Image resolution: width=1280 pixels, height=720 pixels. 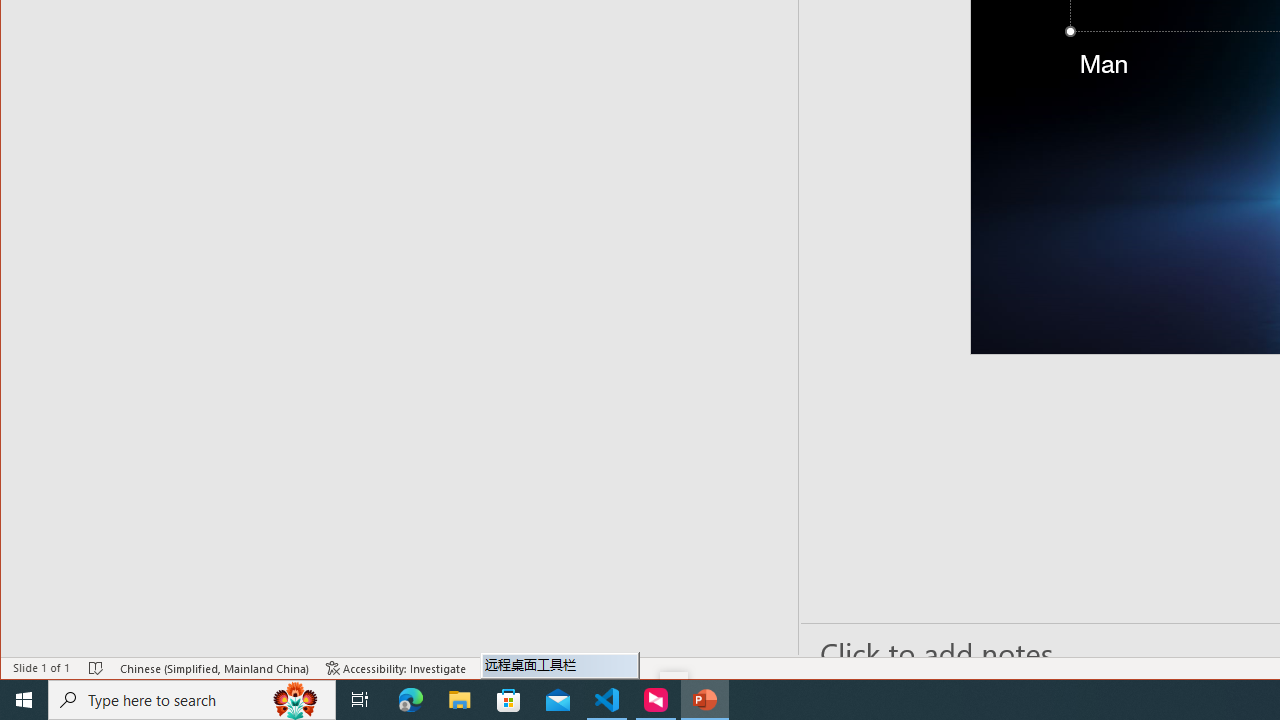 I want to click on 'Microsoft Store', so click(x=509, y=698).